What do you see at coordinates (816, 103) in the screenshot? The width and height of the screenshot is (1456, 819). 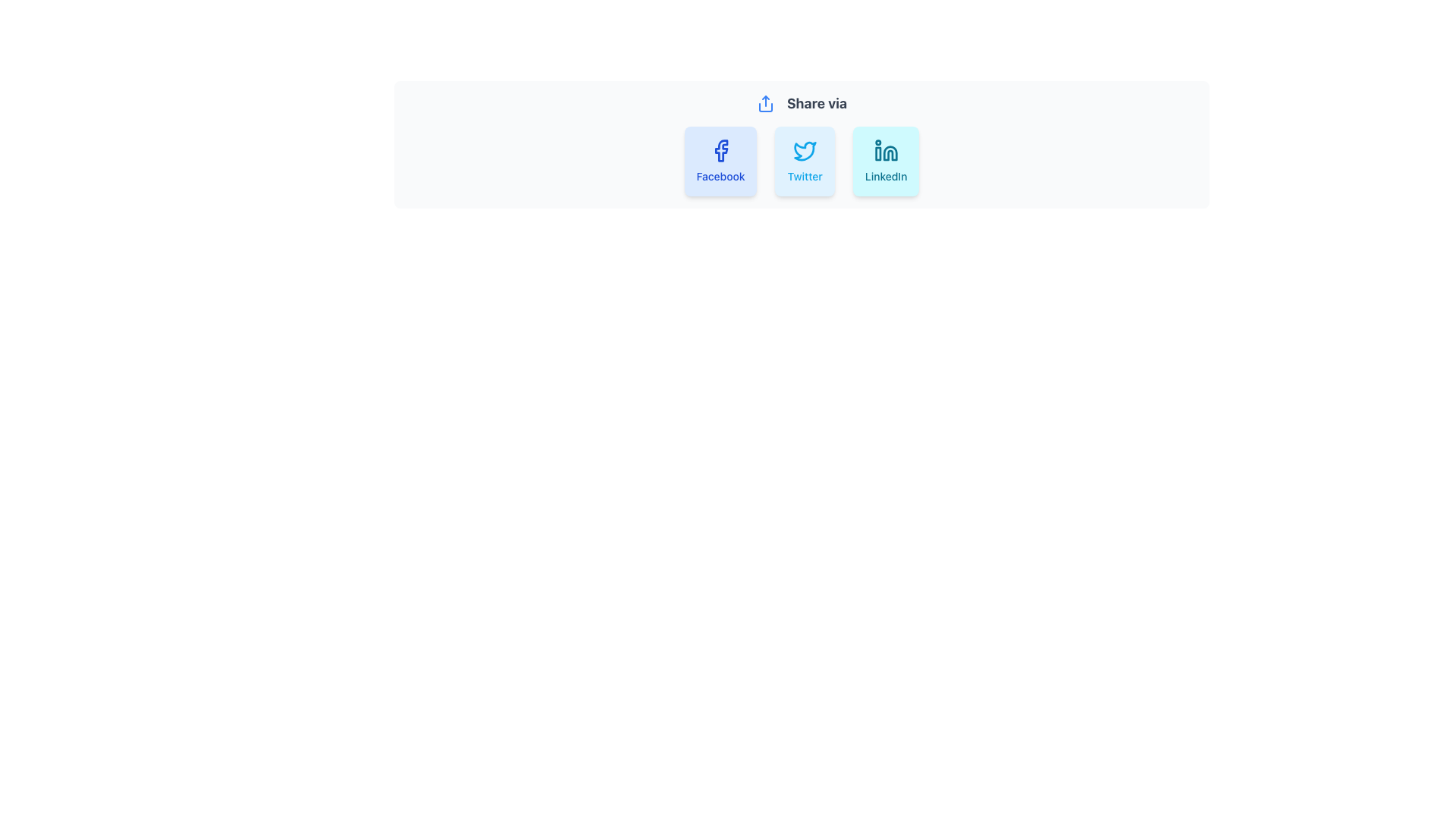 I see `the bold text label that reads 'Share via', which is prominently displayed above the social media buttons in a sharing section` at bounding box center [816, 103].